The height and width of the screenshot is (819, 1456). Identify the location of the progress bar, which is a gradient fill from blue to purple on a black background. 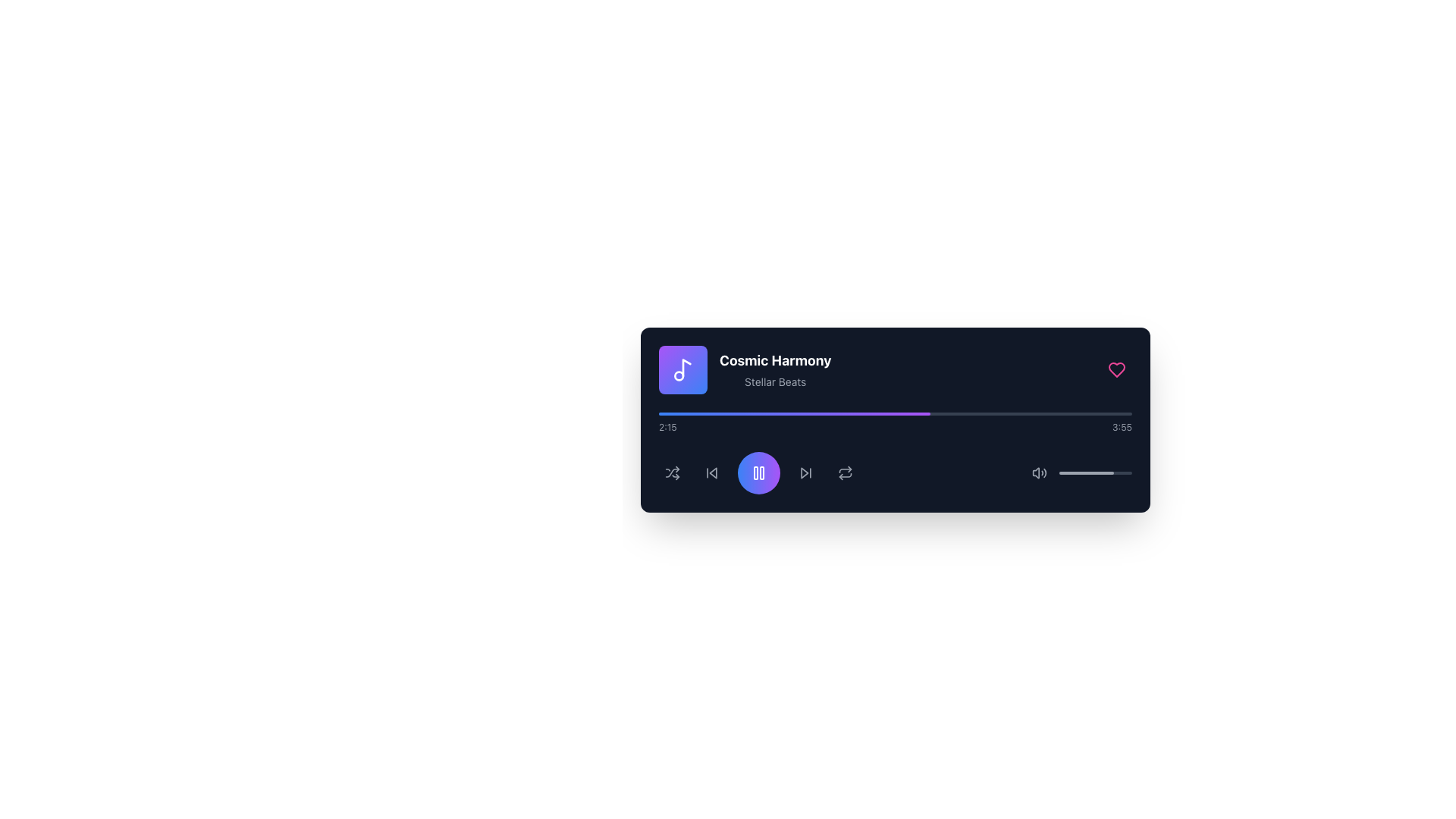
(895, 423).